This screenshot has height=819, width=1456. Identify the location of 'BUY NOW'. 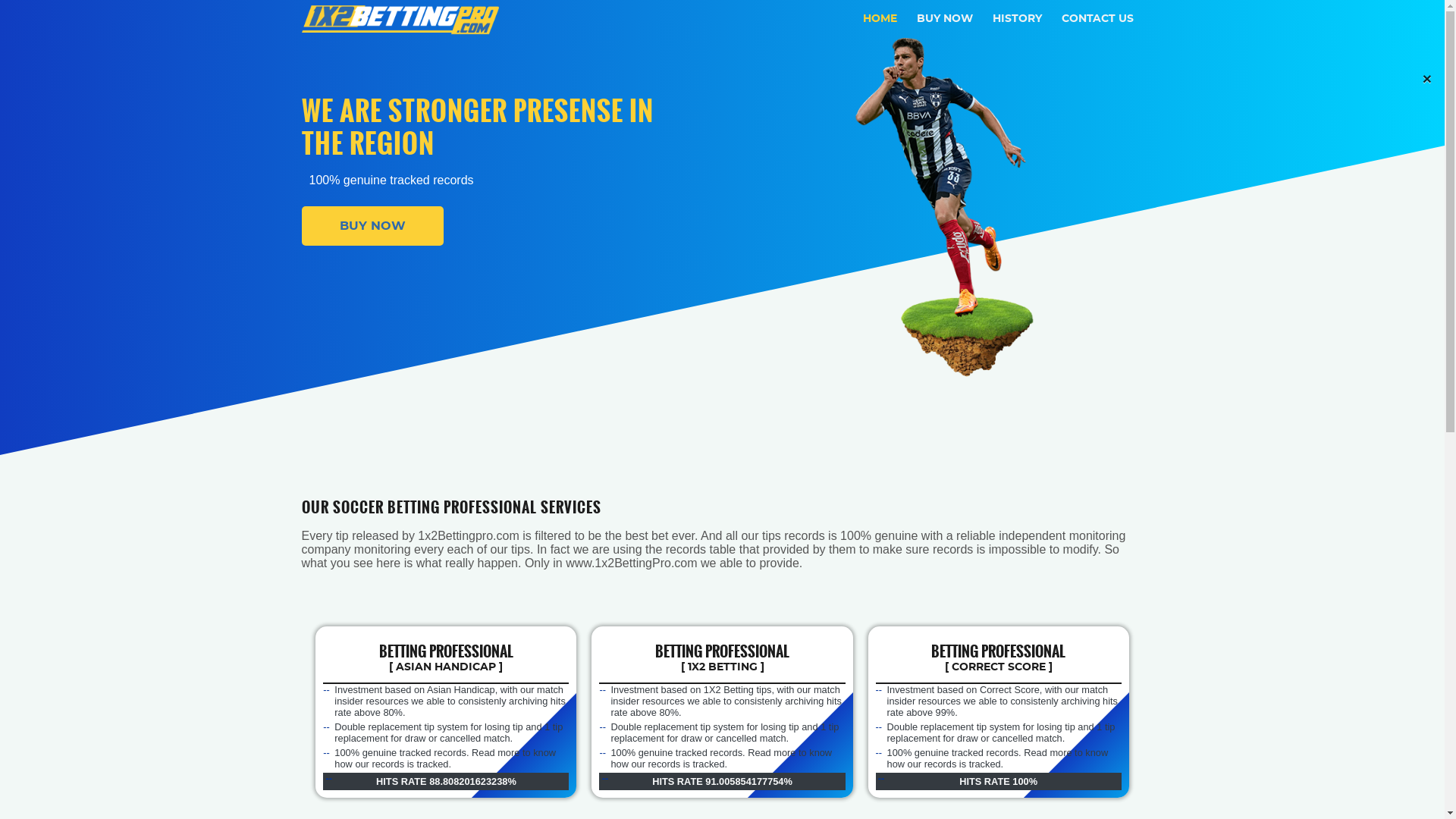
(943, 18).